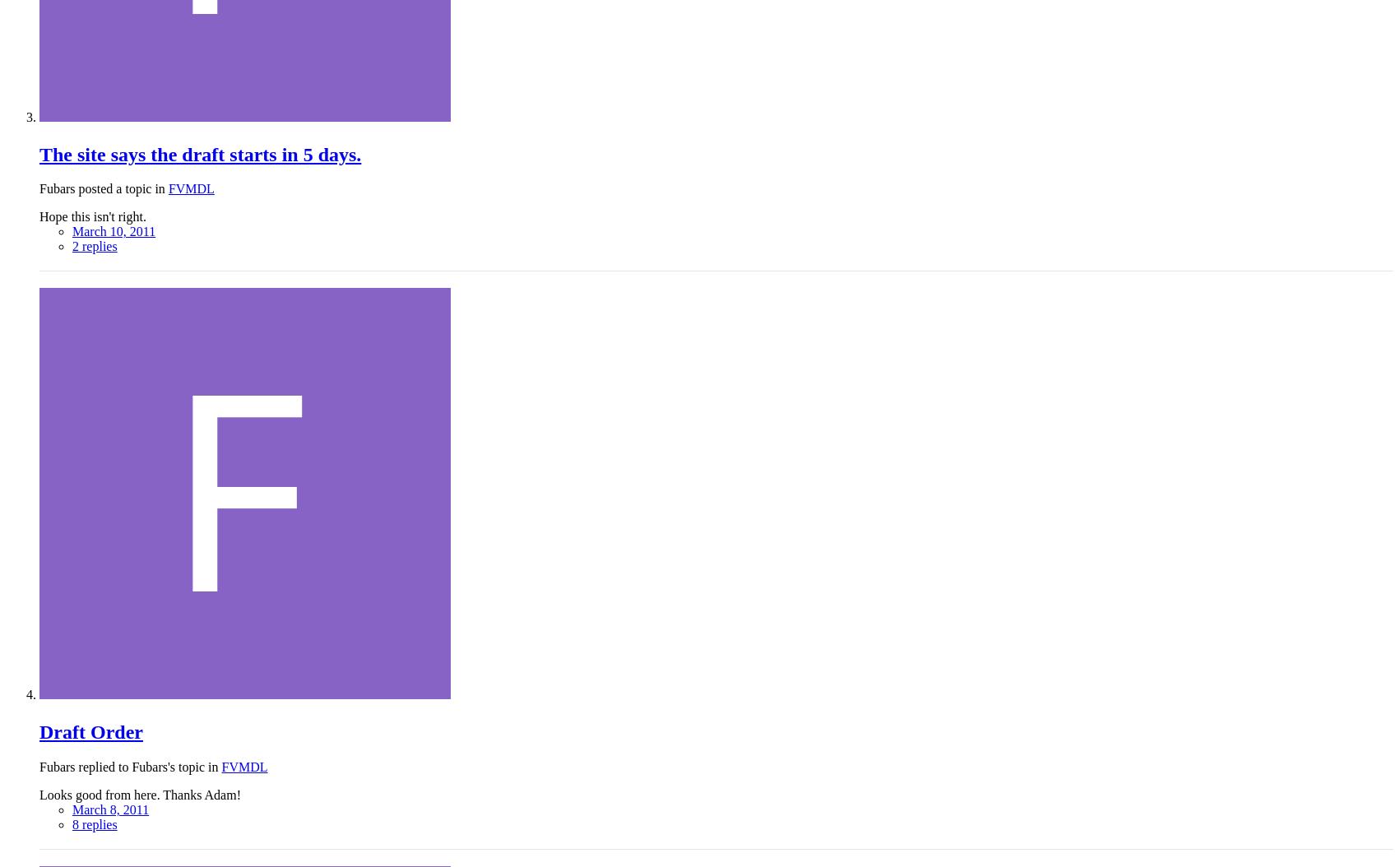 Image resolution: width=1400 pixels, height=867 pixels. What do you see at coordinates (93, 216) in the screenshot?
I see `'Hope this isn't right.'` at bounding box center [93, 216].